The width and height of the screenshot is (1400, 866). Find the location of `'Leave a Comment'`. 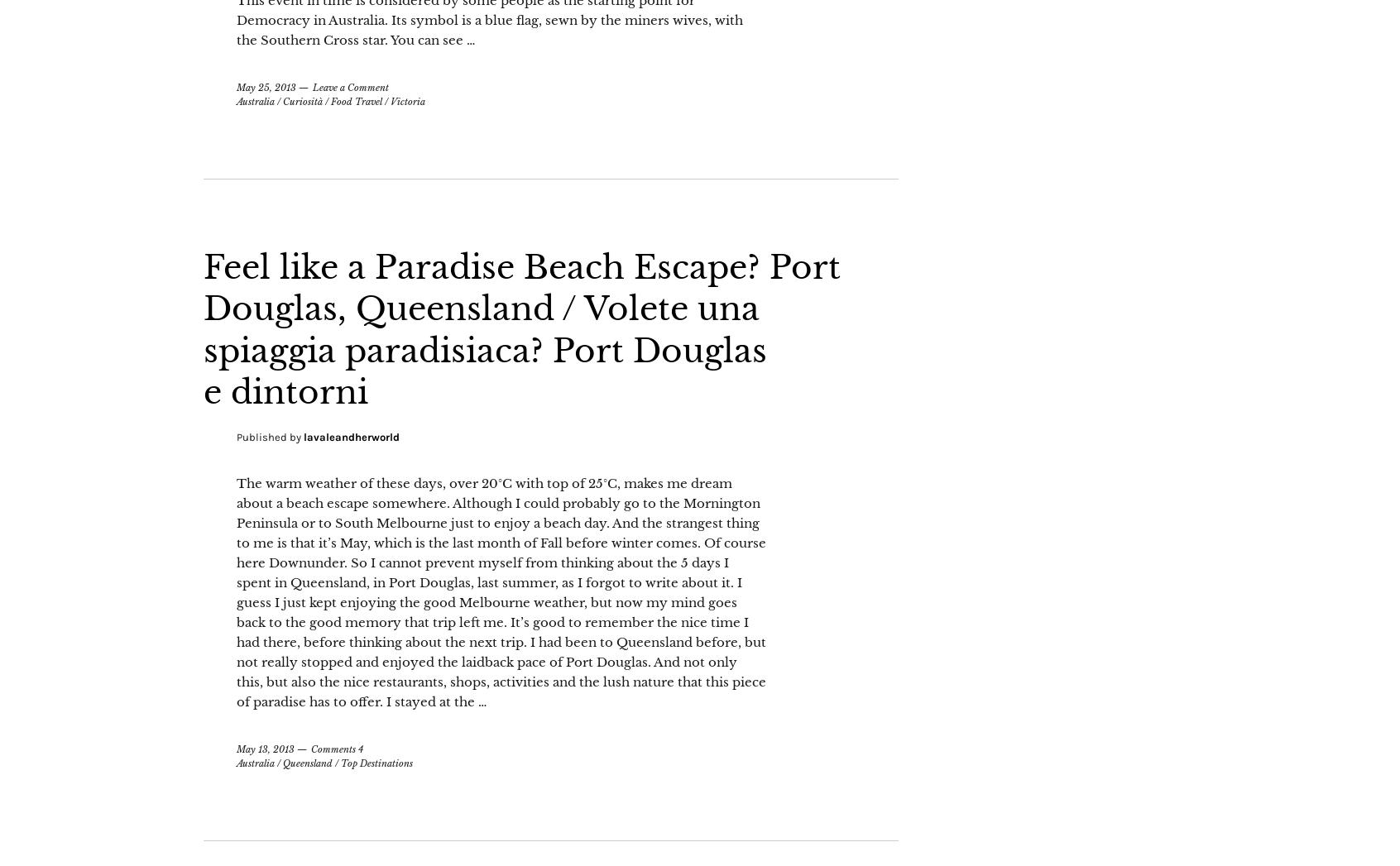

'Leave a Comment' is located at coordinates (350, 129).